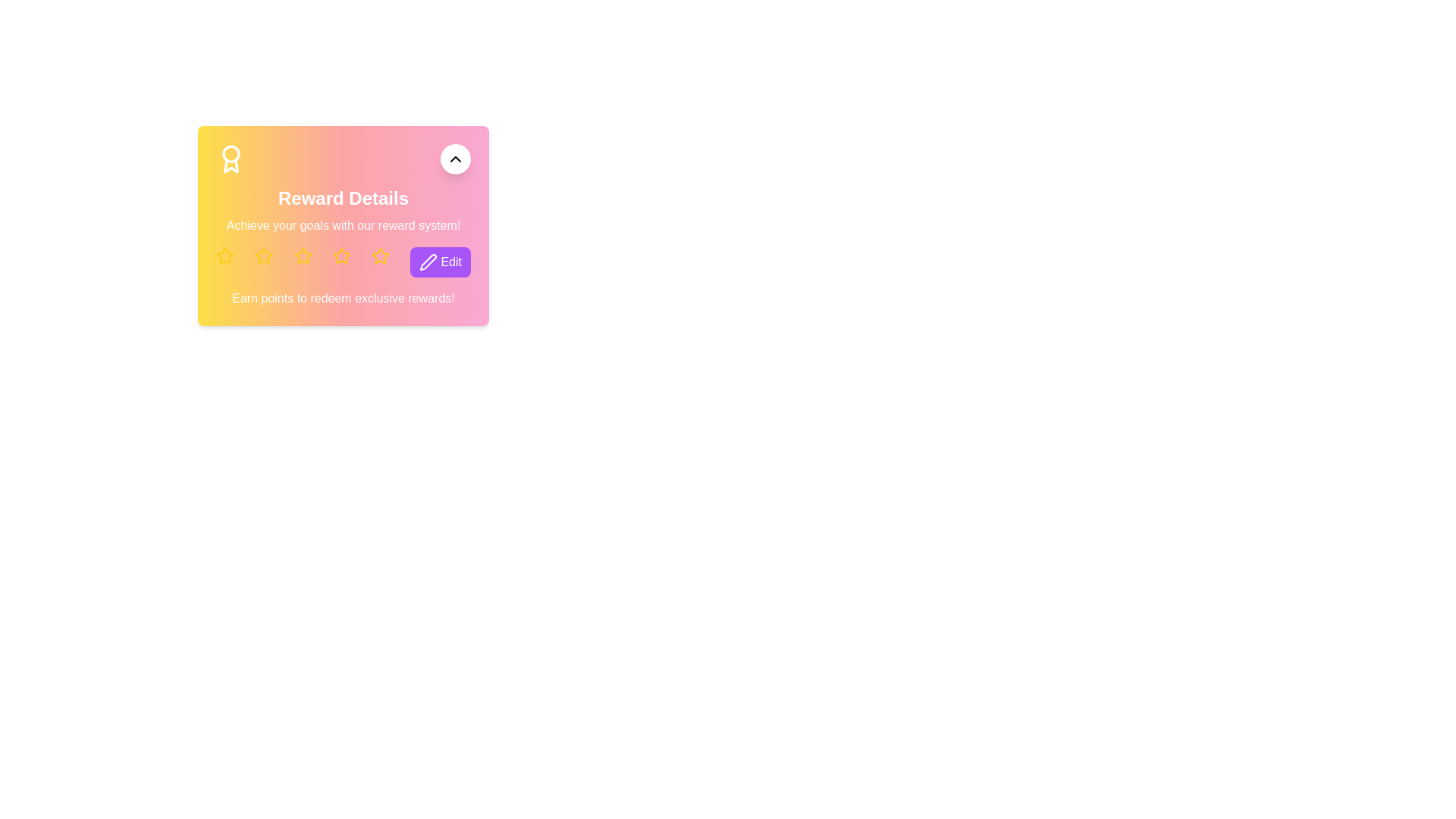 Image resolution: width=1456 pixels, height=819 pixels. Describe the element at coordinates (342, 198) in the screenshot. I see `the Text Label that indicates the title of the reward section, positioned below the header and above the reward system explanation` at that location.